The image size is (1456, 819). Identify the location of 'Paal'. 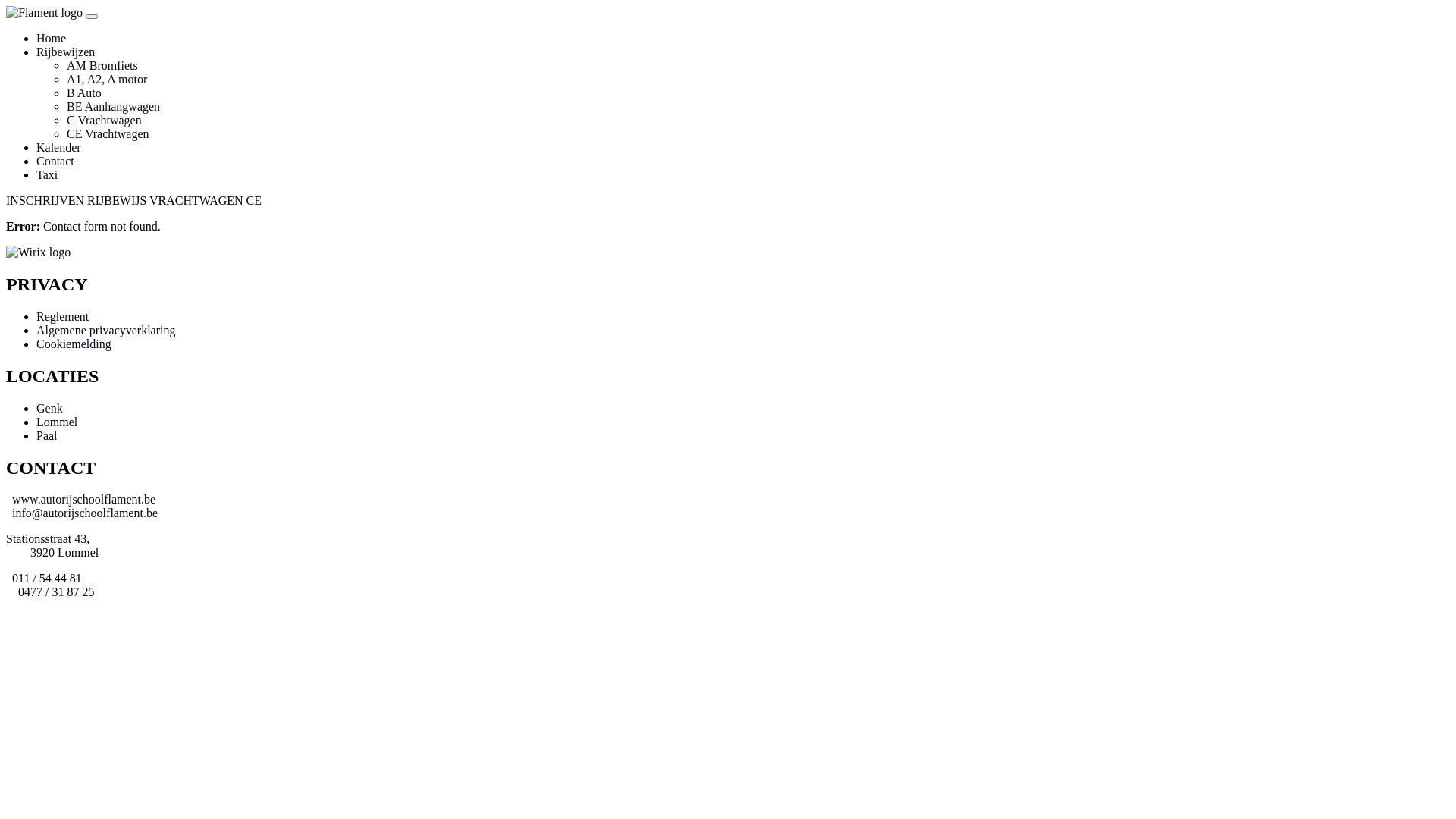
(36, 435).